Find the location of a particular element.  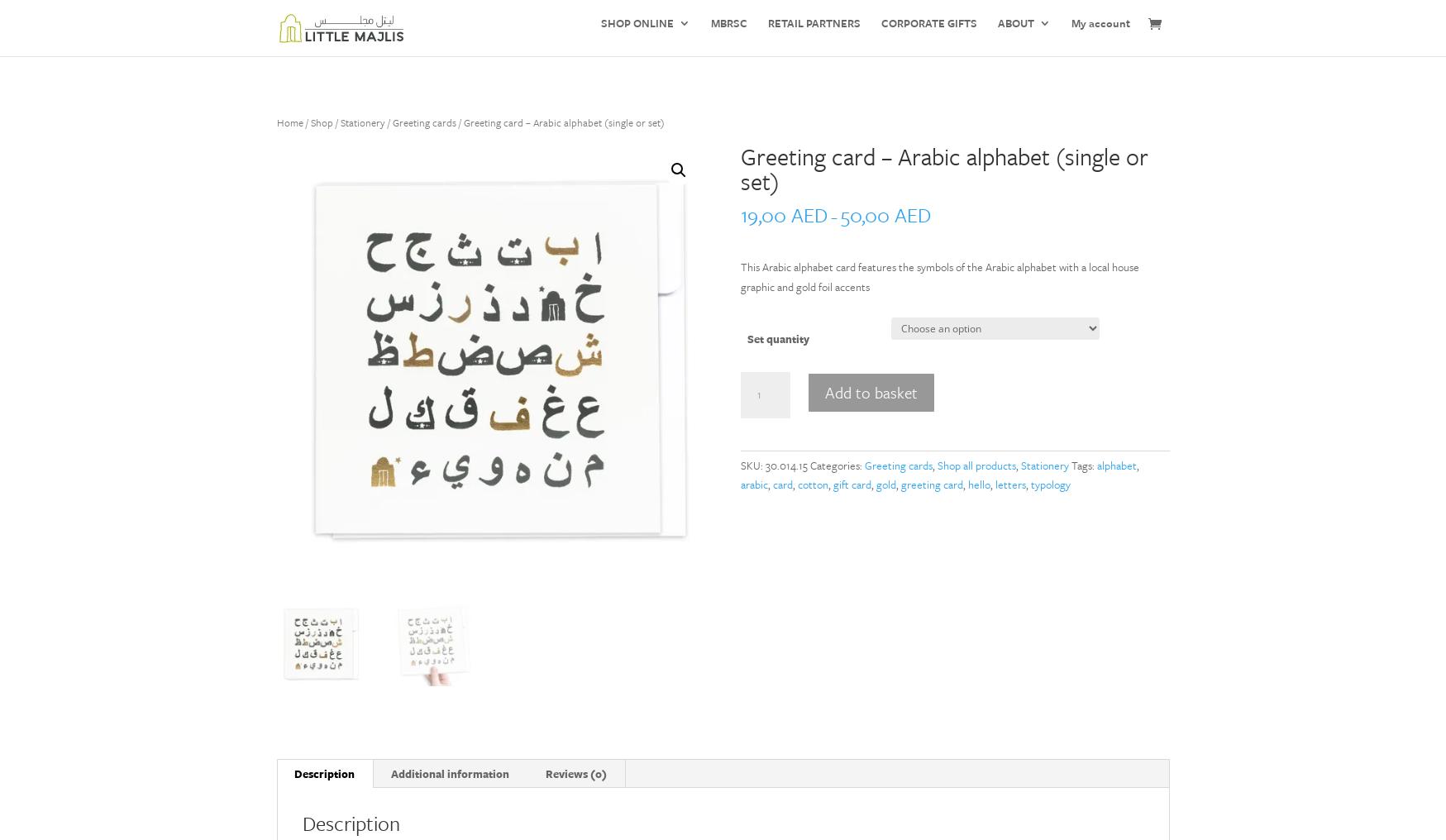

'typology' is located at coordinates (1049, 484).